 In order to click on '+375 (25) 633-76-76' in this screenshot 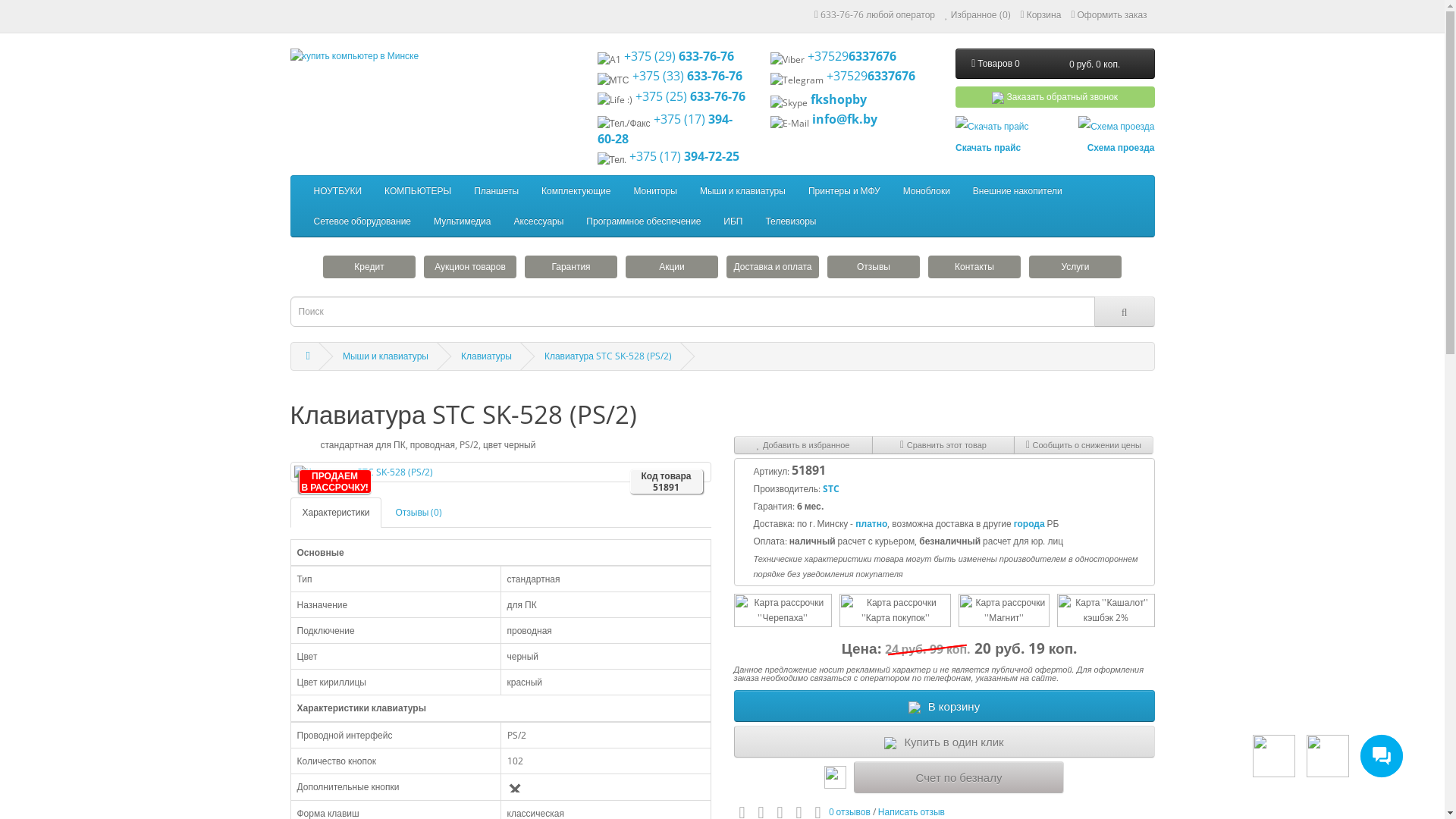, I will do `click(689, 96)`.